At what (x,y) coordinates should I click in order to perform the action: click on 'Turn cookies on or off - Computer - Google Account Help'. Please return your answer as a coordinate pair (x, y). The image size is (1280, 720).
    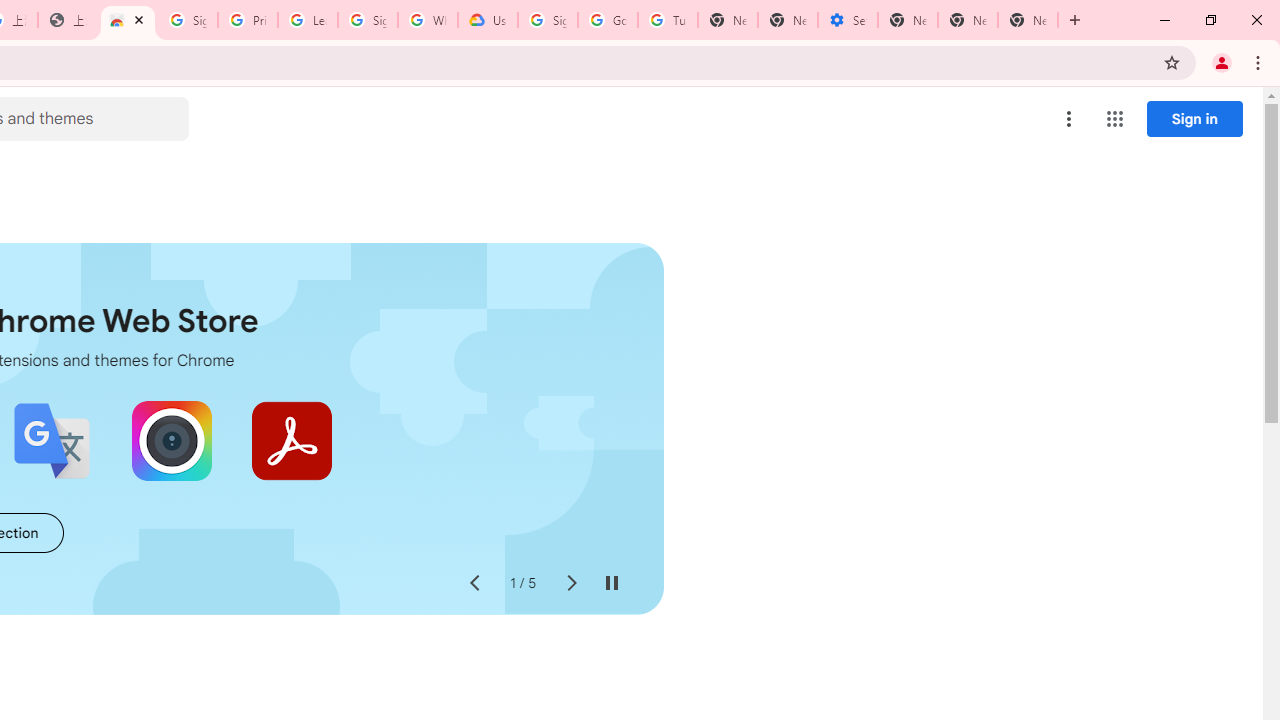
    Looking at the image, I should click on (667, 20).